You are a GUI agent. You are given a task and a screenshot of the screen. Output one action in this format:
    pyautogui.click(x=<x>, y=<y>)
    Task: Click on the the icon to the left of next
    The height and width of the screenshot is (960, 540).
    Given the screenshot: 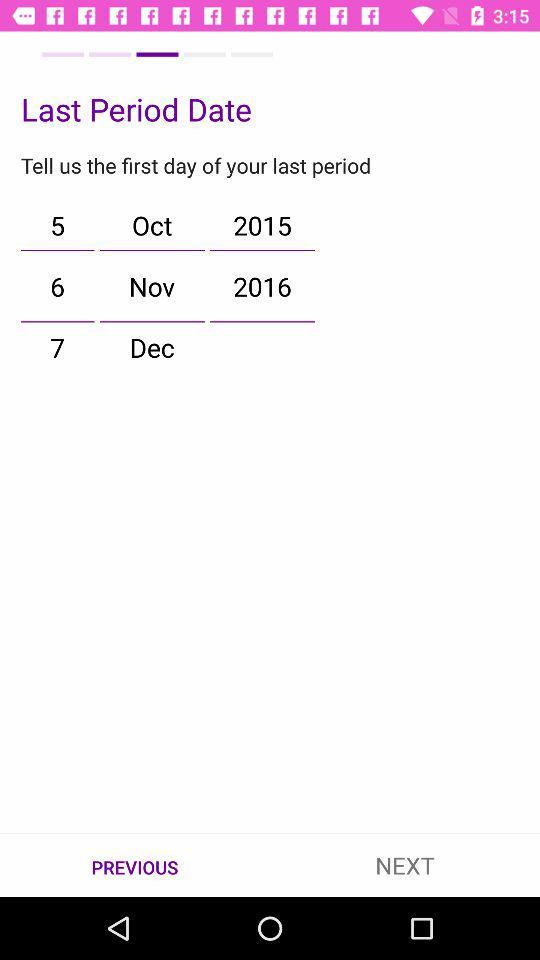 What is the action you would take?
    pyautogui.click(x=135, y=865)
    